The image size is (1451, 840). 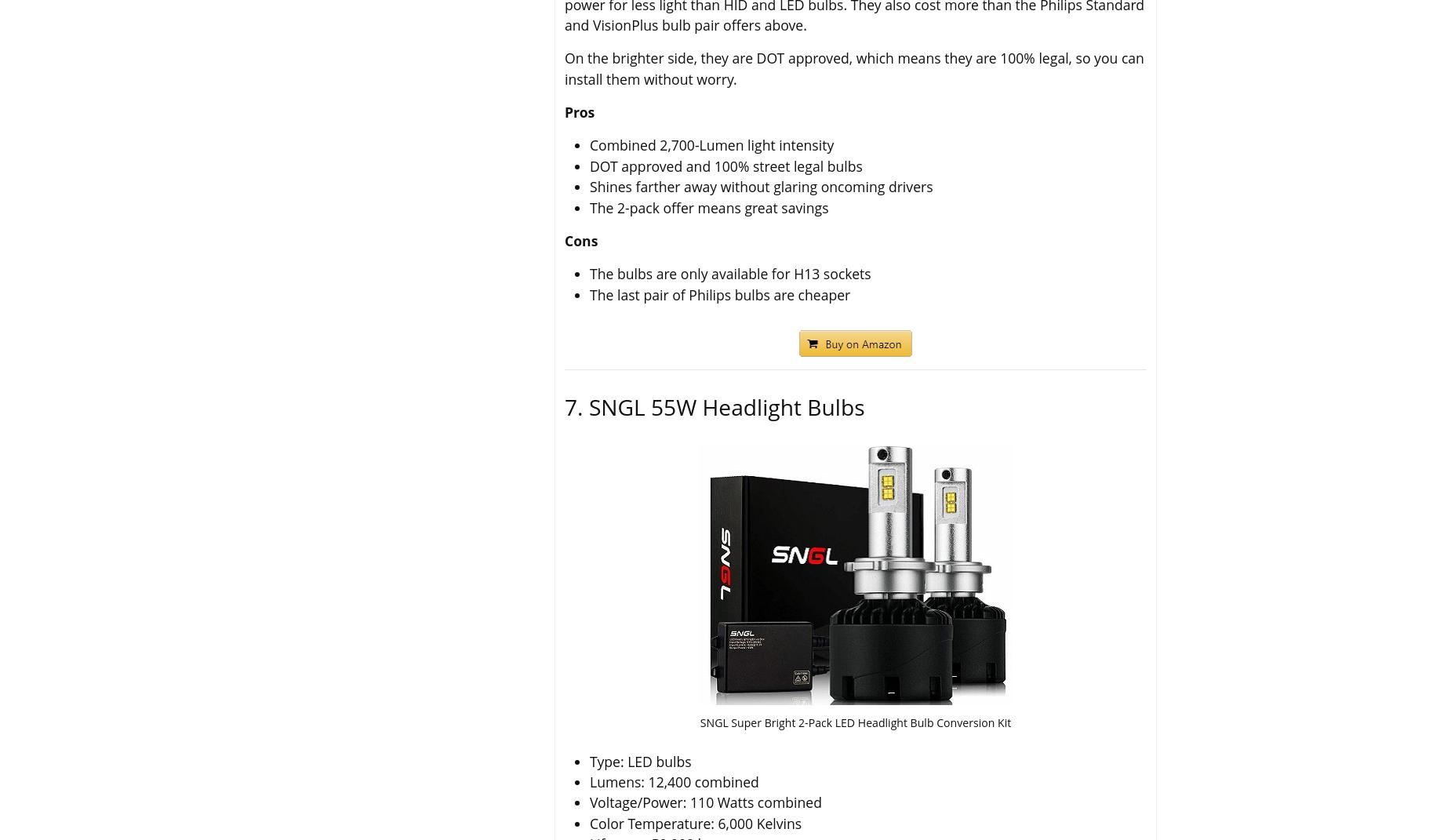 I want to click on 'The 2-pack offer means great savings', so click(x=708, y=207).